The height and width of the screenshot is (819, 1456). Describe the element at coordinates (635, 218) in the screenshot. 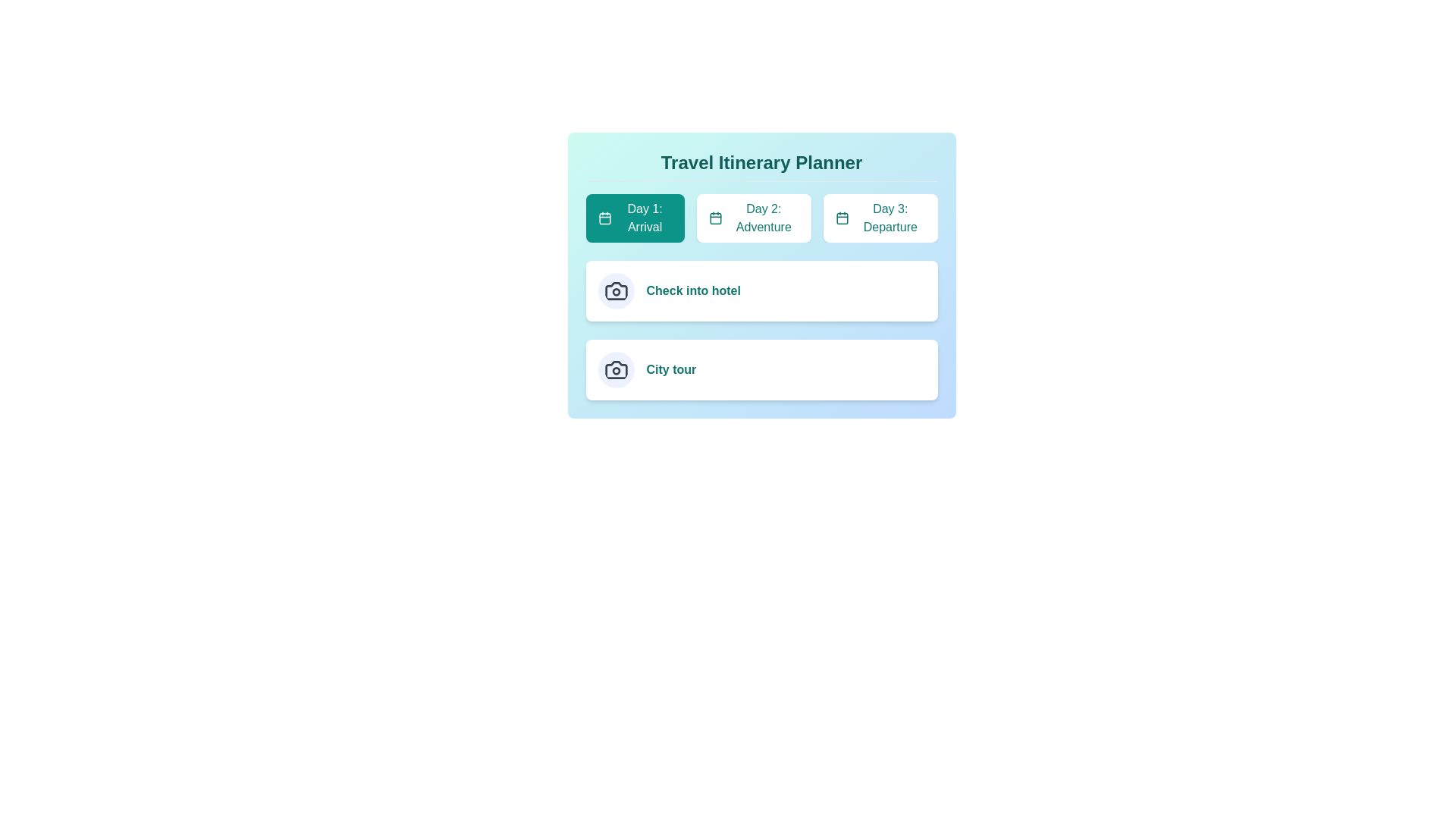

I see `the tab labeled 'Day 1: Arrival' to edit its title` at that location.